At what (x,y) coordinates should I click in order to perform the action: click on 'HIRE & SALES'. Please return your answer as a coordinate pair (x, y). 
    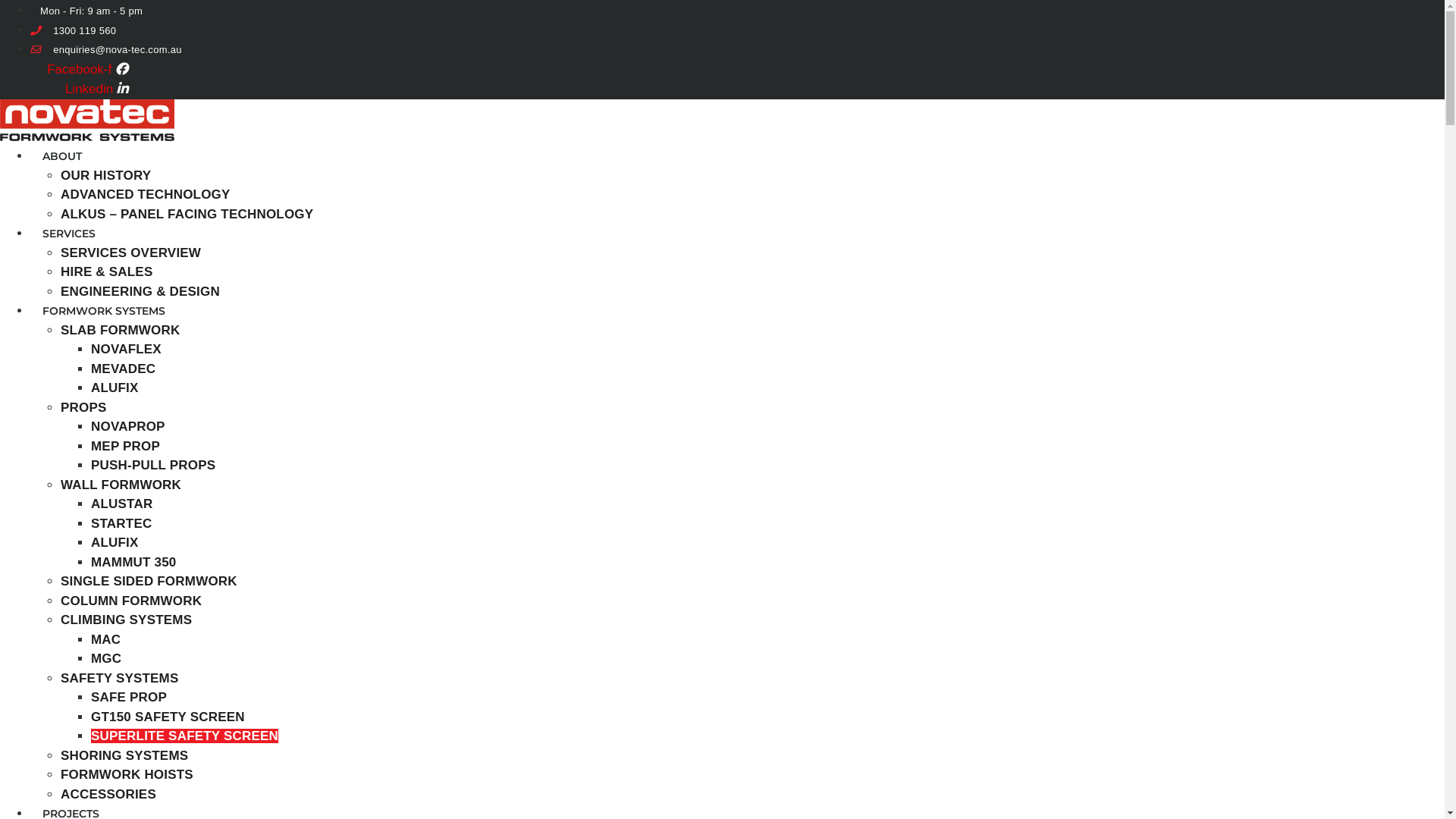
    Looking at the image, I should click on (105, 271).